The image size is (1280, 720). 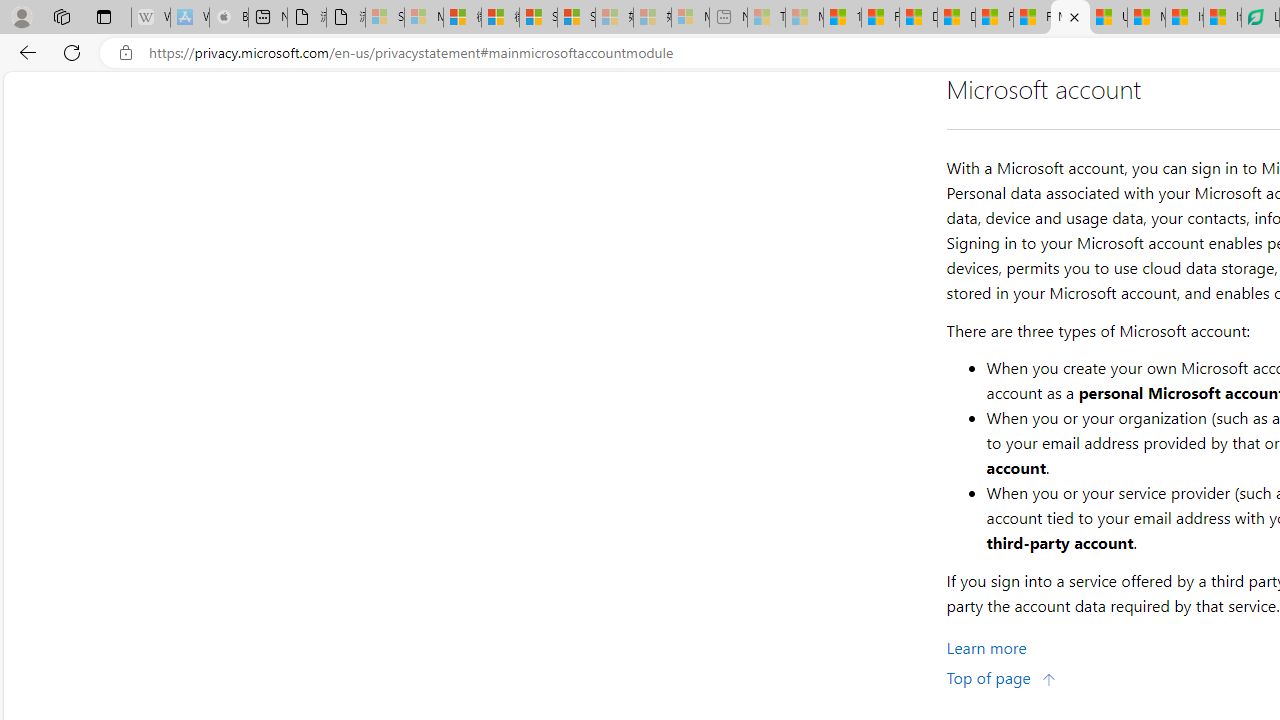 What do you see at coordinates (229, 17) in the screenshot?
I see `'Buy iPad - Apple - Sleeping'` at bounding box center [229, 17].